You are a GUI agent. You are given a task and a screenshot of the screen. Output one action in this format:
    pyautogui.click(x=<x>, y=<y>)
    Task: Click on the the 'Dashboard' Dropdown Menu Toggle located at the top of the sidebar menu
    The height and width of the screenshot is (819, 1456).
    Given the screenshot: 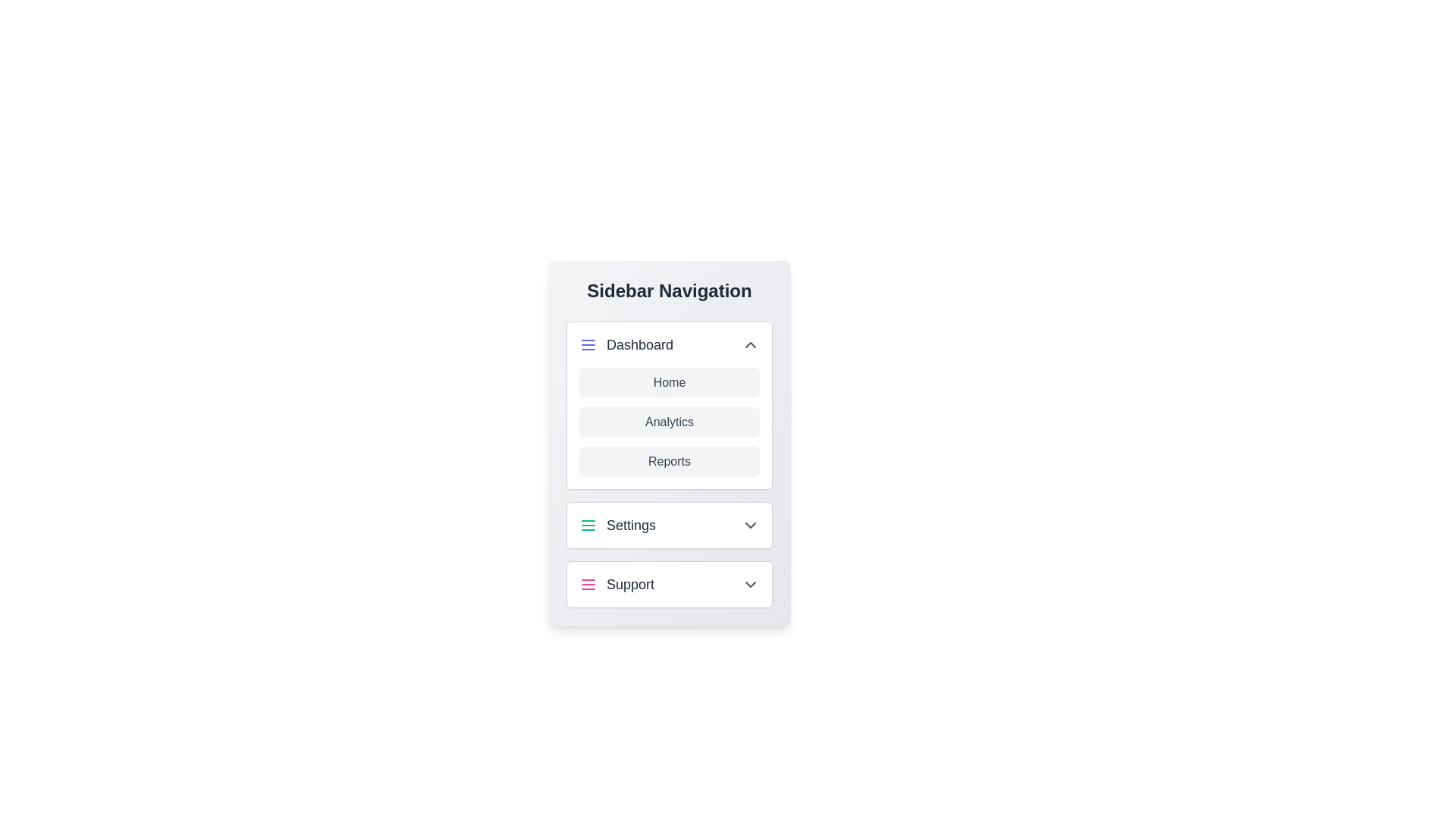 What is the action you would take?
    pyautogui.click(x=669, y=345)
    